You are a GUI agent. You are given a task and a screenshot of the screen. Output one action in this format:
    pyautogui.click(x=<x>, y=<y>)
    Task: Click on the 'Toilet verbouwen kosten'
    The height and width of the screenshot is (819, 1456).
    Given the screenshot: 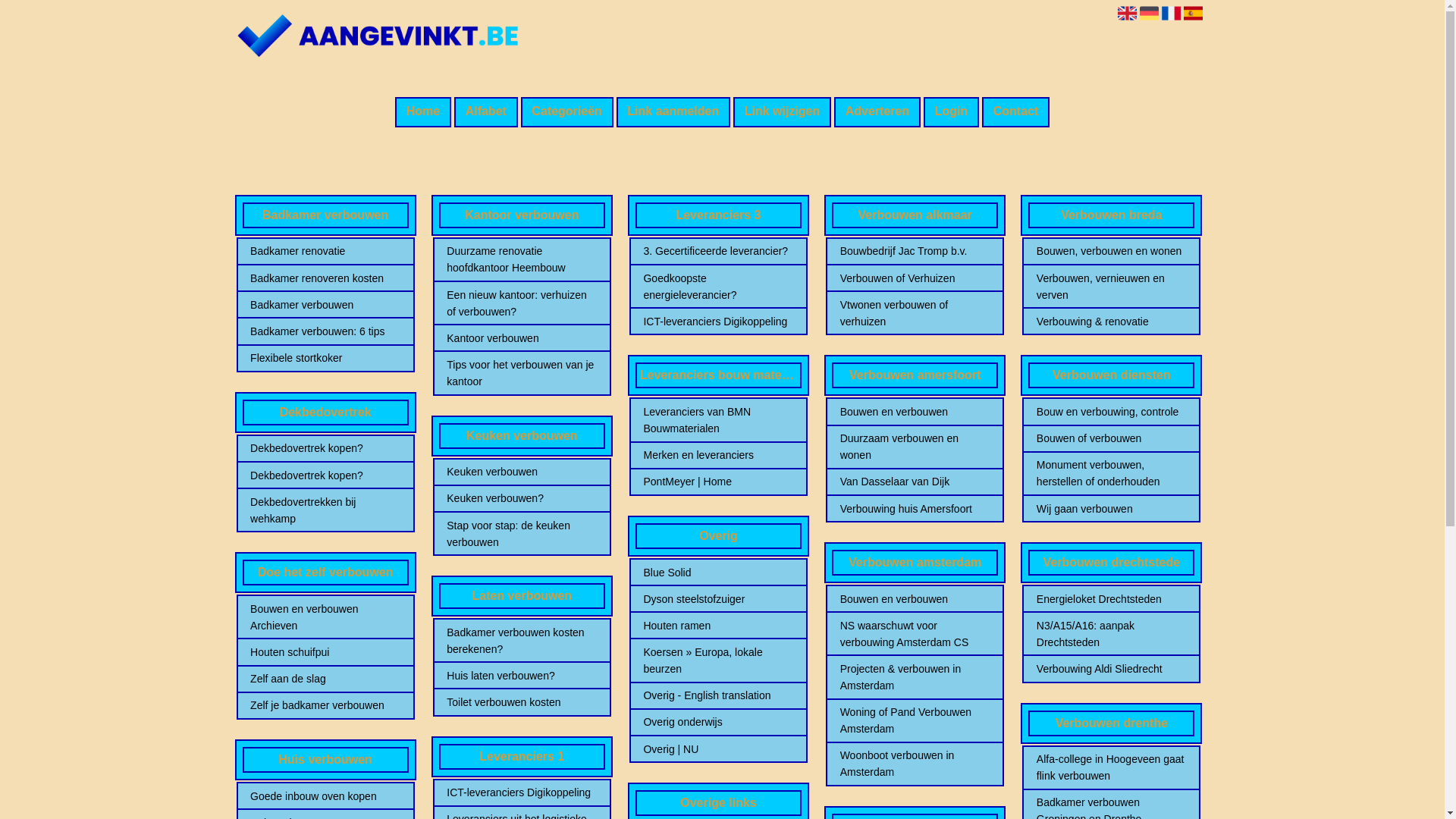 What is the action you would take?
    pyautogui.click(x=521, y=701)
    